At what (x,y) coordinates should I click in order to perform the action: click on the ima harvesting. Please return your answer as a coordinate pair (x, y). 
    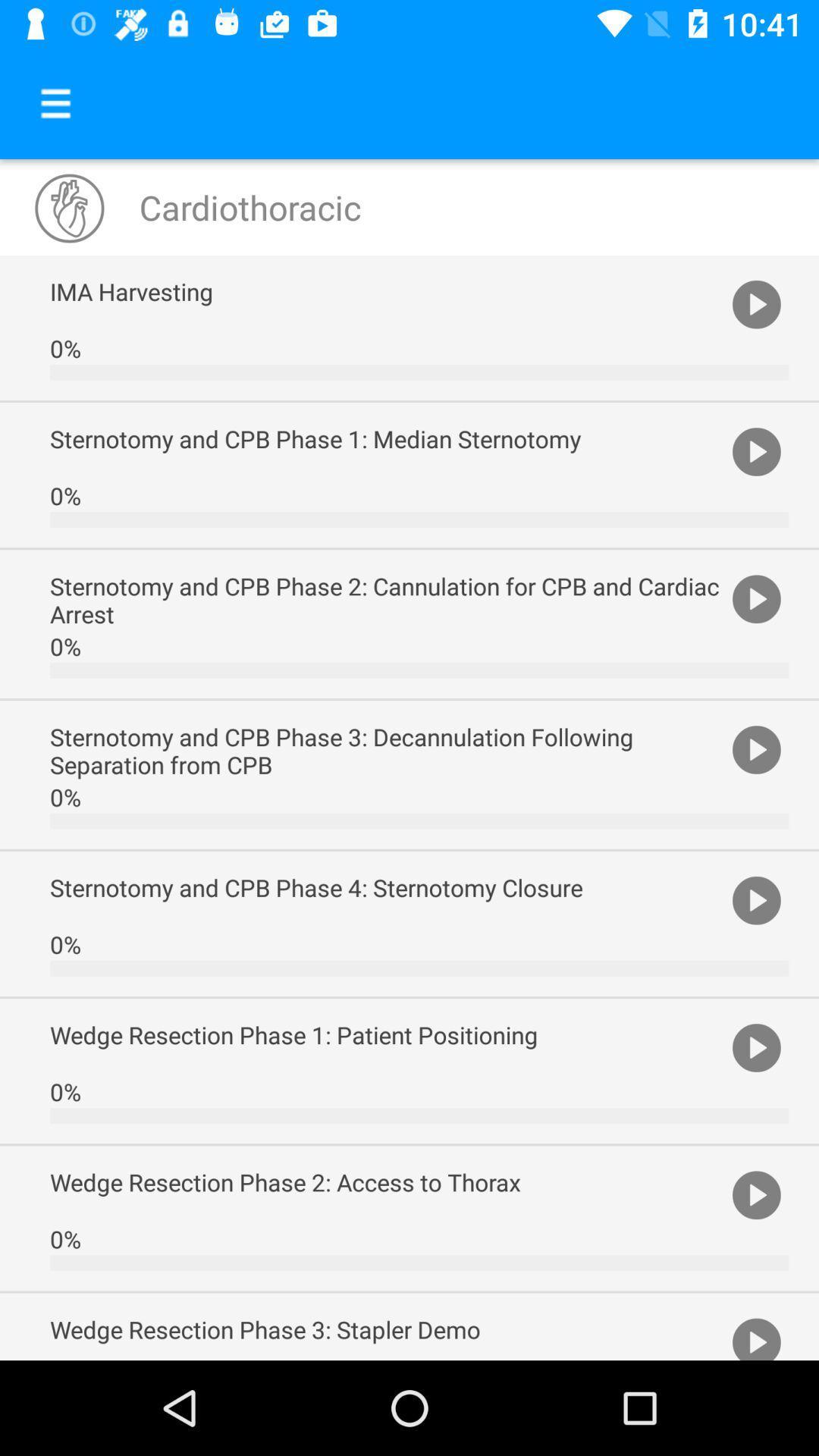
    Looking at the image, I should click on (386, 291).